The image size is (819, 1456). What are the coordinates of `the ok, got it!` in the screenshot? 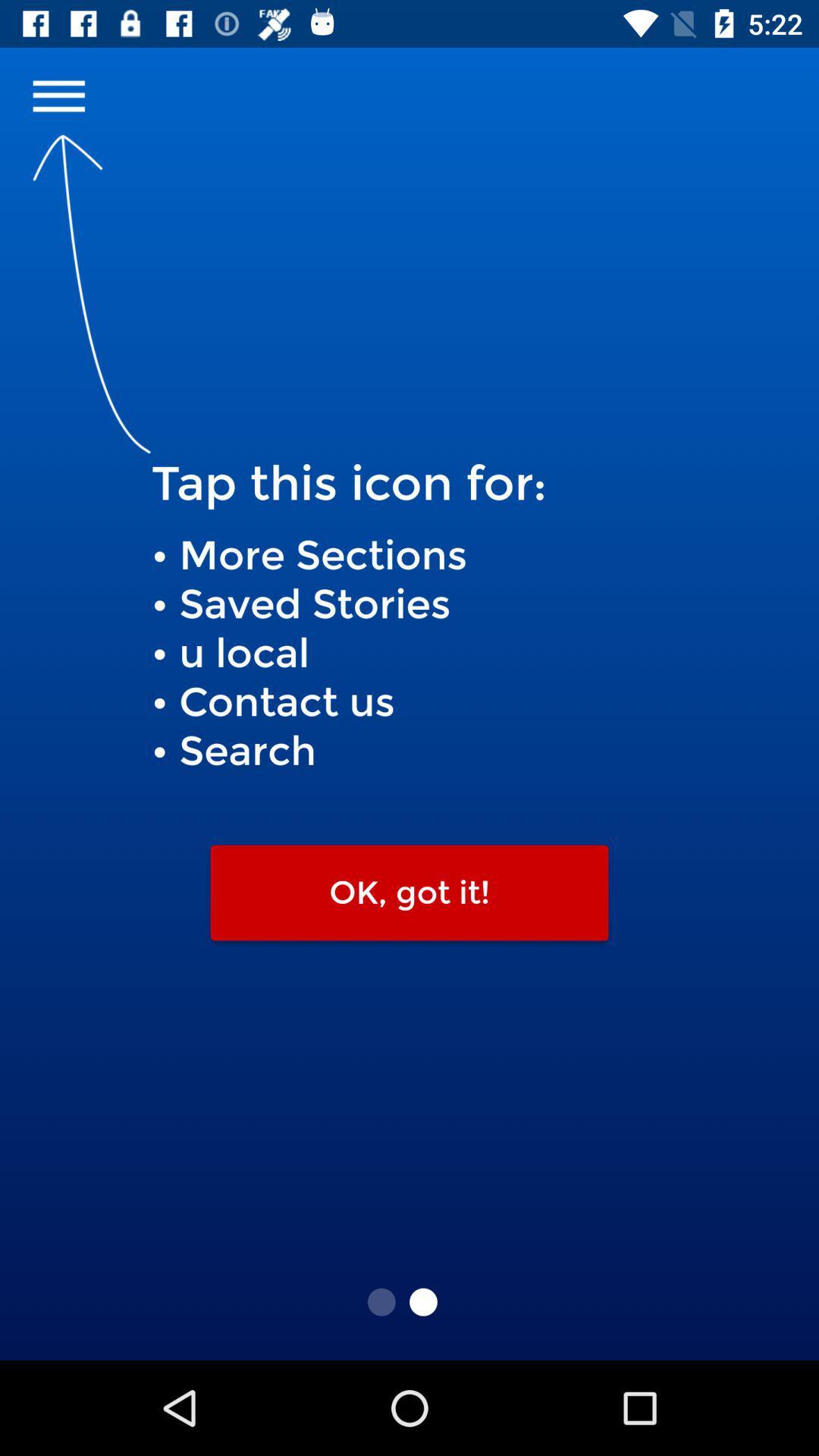 It's located at (409, 893).